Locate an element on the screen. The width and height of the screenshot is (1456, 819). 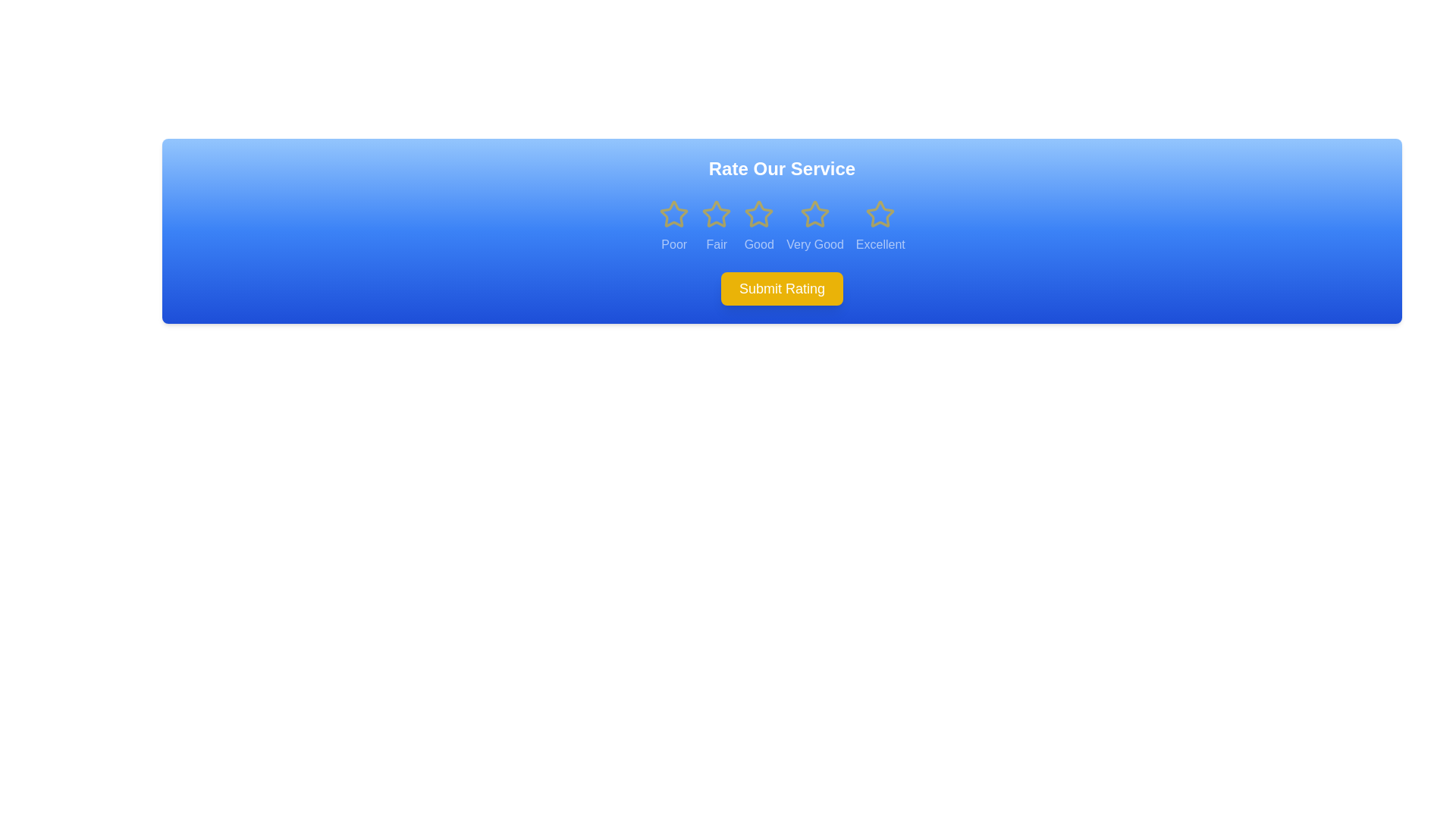
the 'Excellent' rating option, which is the fifth item in a horizontal list of ratings on a blue background is located at coordinates (880, 227).